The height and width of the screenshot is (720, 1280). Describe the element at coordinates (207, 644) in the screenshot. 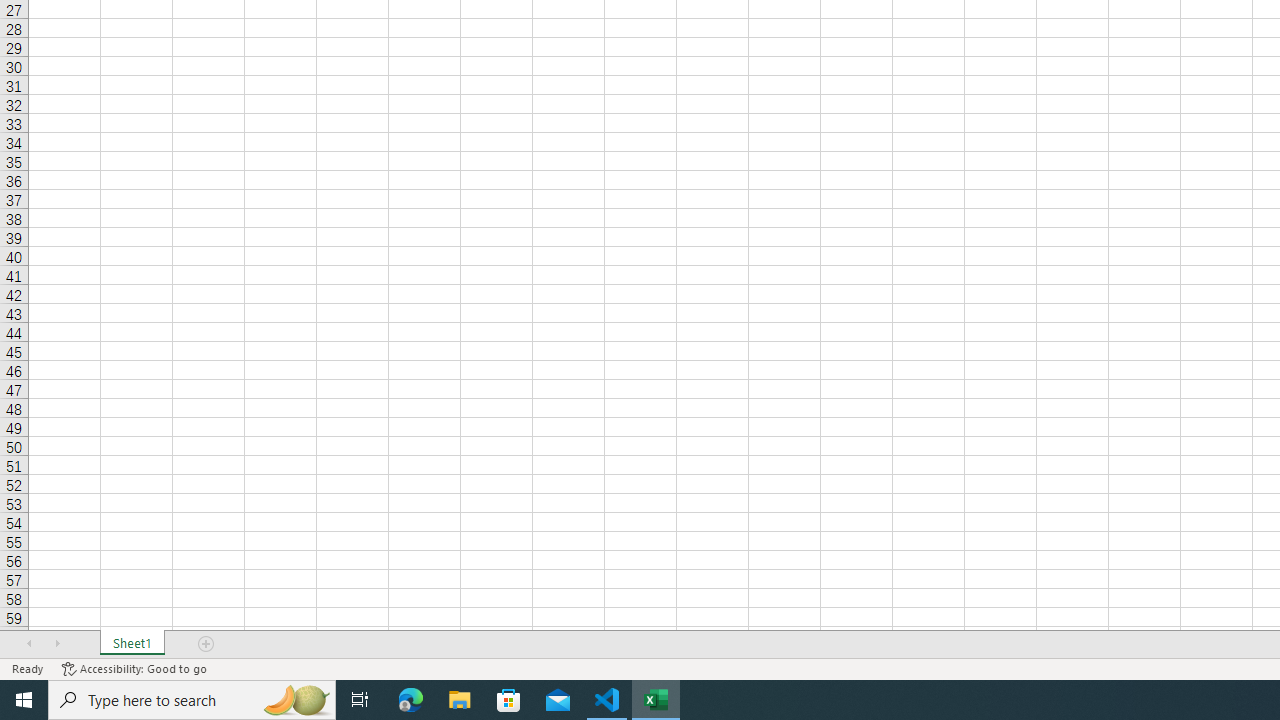

I see `'Add Sheet'` at that location.